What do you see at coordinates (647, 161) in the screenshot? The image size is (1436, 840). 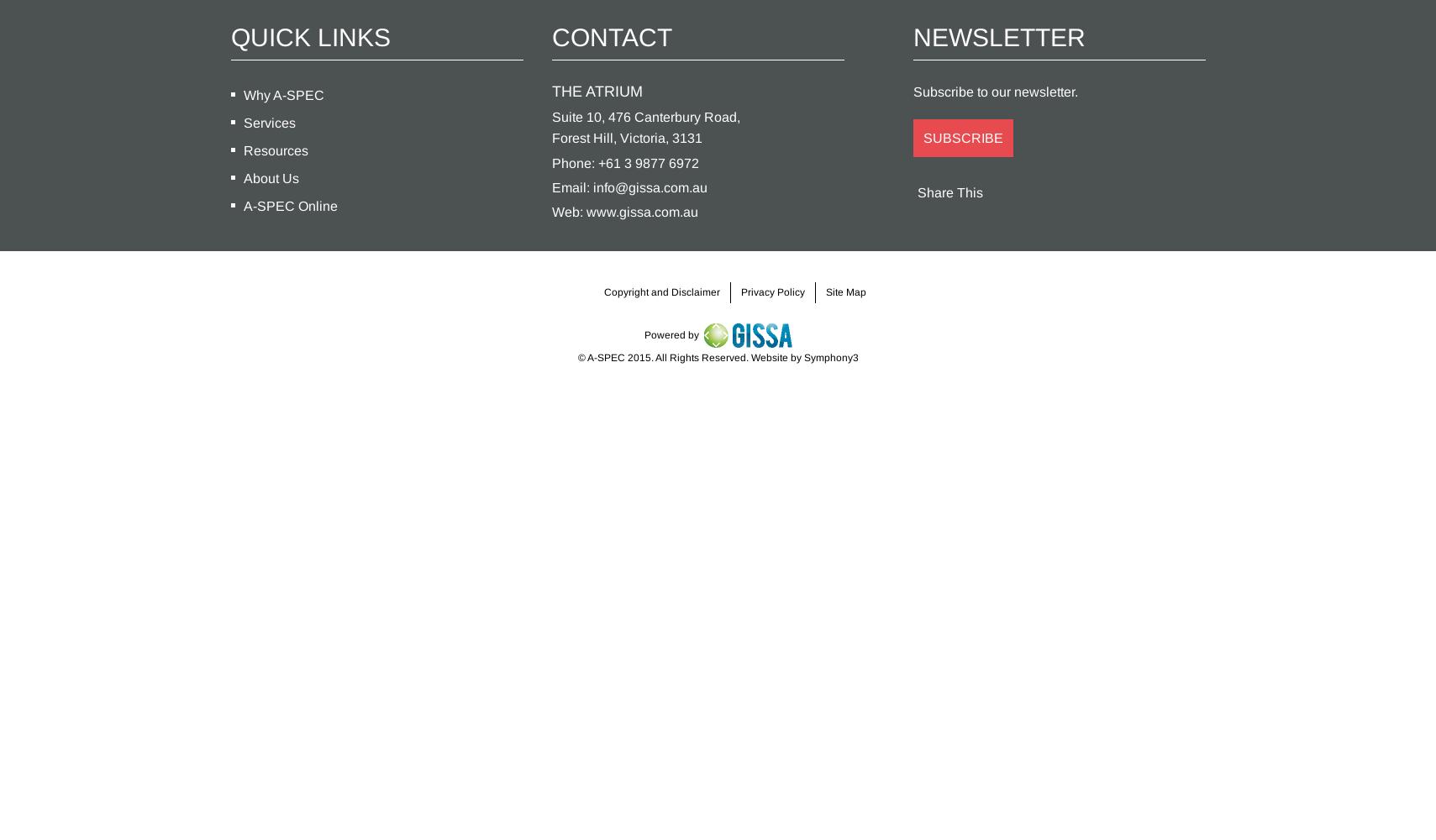 I see `'+61 3 9877 6972'` at bounding box center [647, 161].